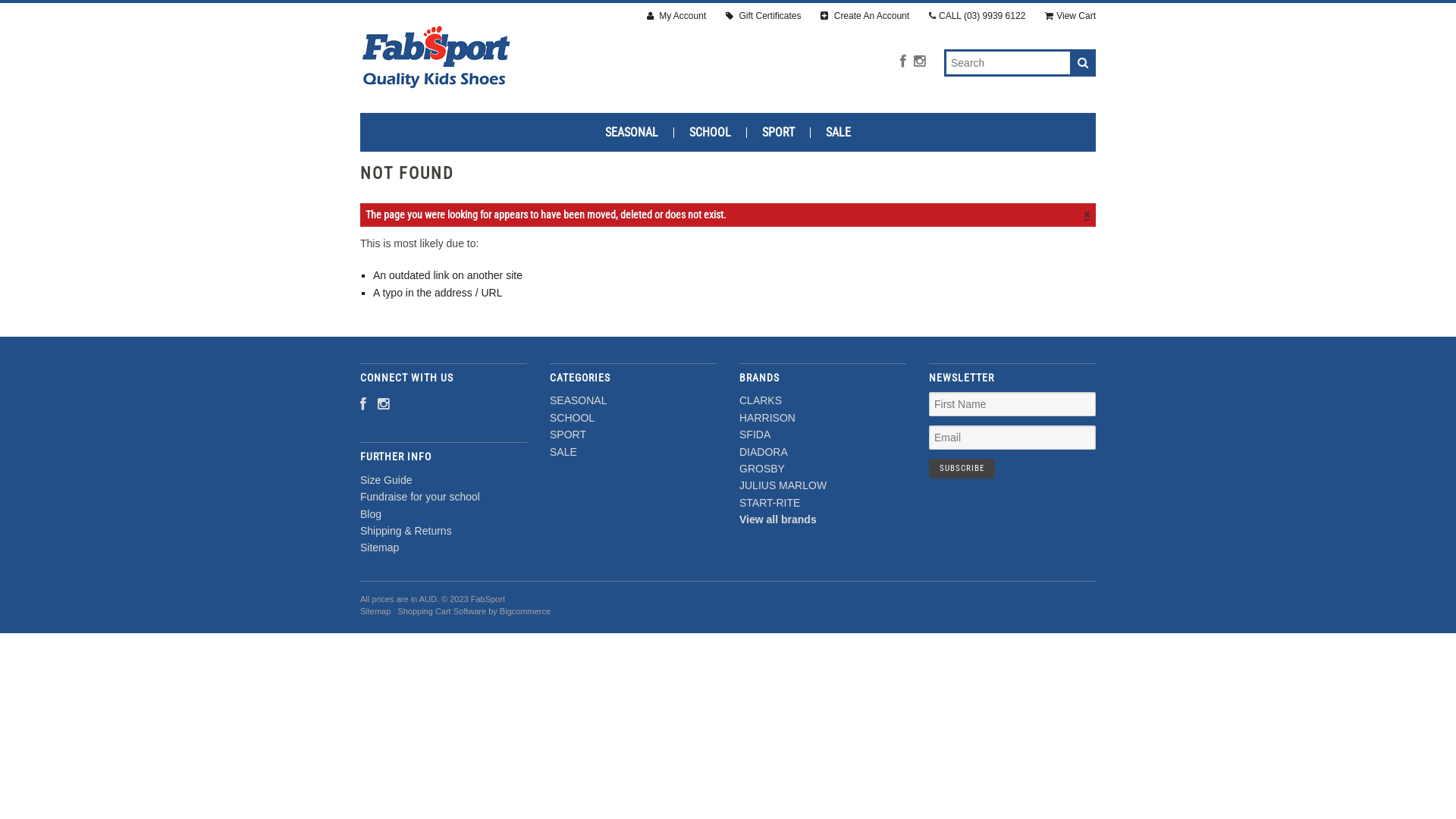 The image size is (1456, 819). What do you see at coordinates (769, 503) in the screenshot?
I see `'START-RITE'` at bounding box center [769, 503].